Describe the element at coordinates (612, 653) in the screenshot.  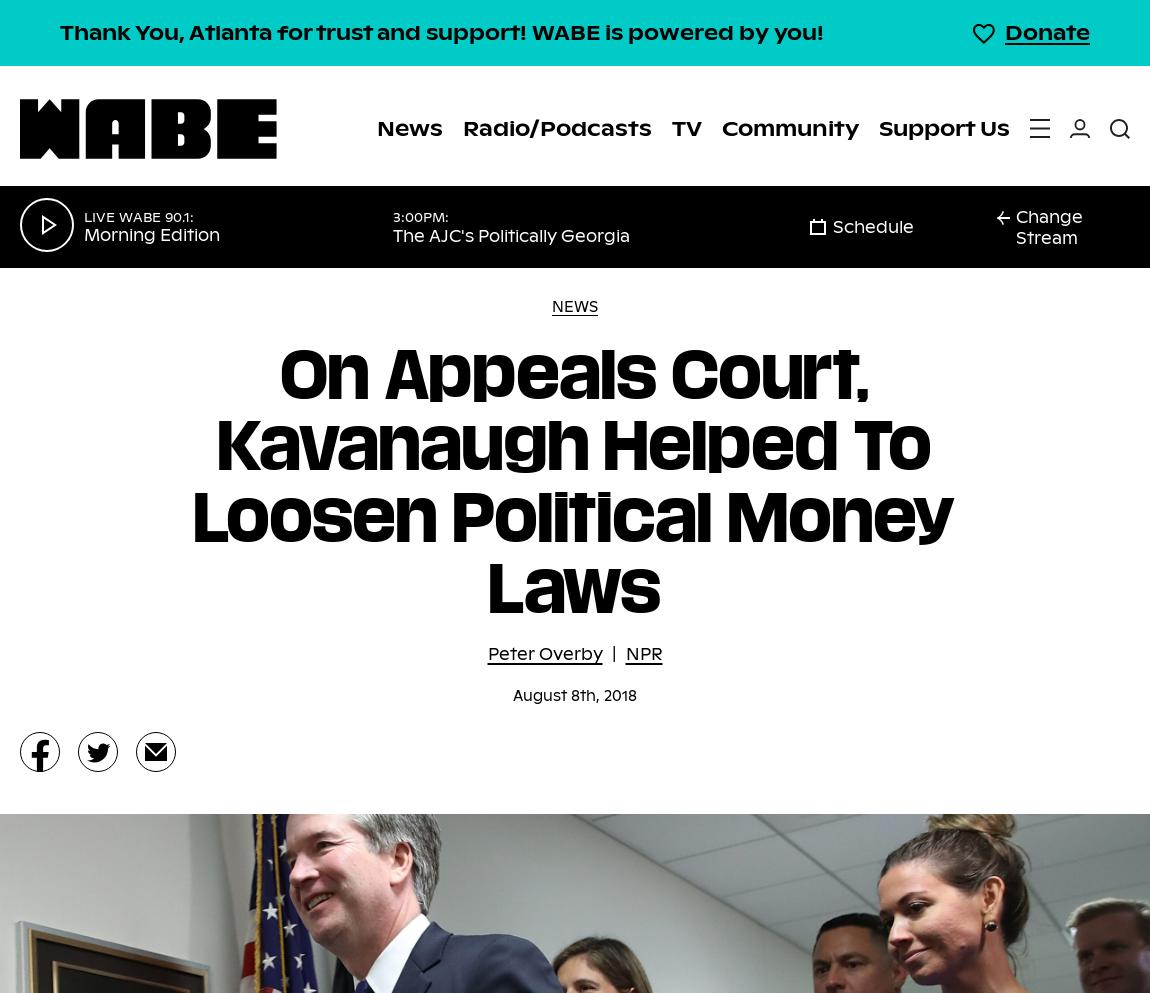
I see `'|'` at that location.